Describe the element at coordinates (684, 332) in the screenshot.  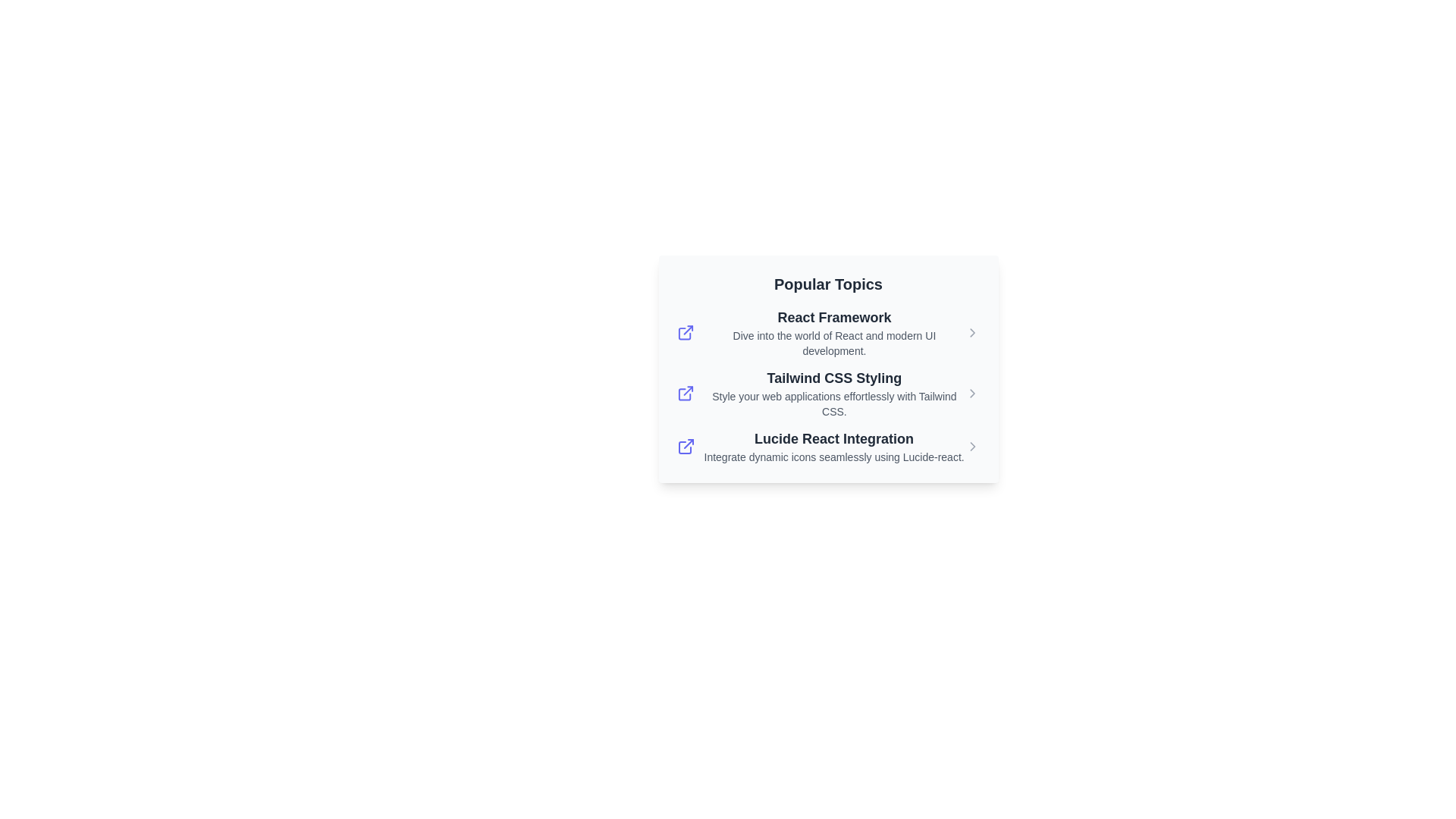
I see `the external link icon associated with the 'React Framework' title, which is the first visual element in a horizontal sequence` at that location.